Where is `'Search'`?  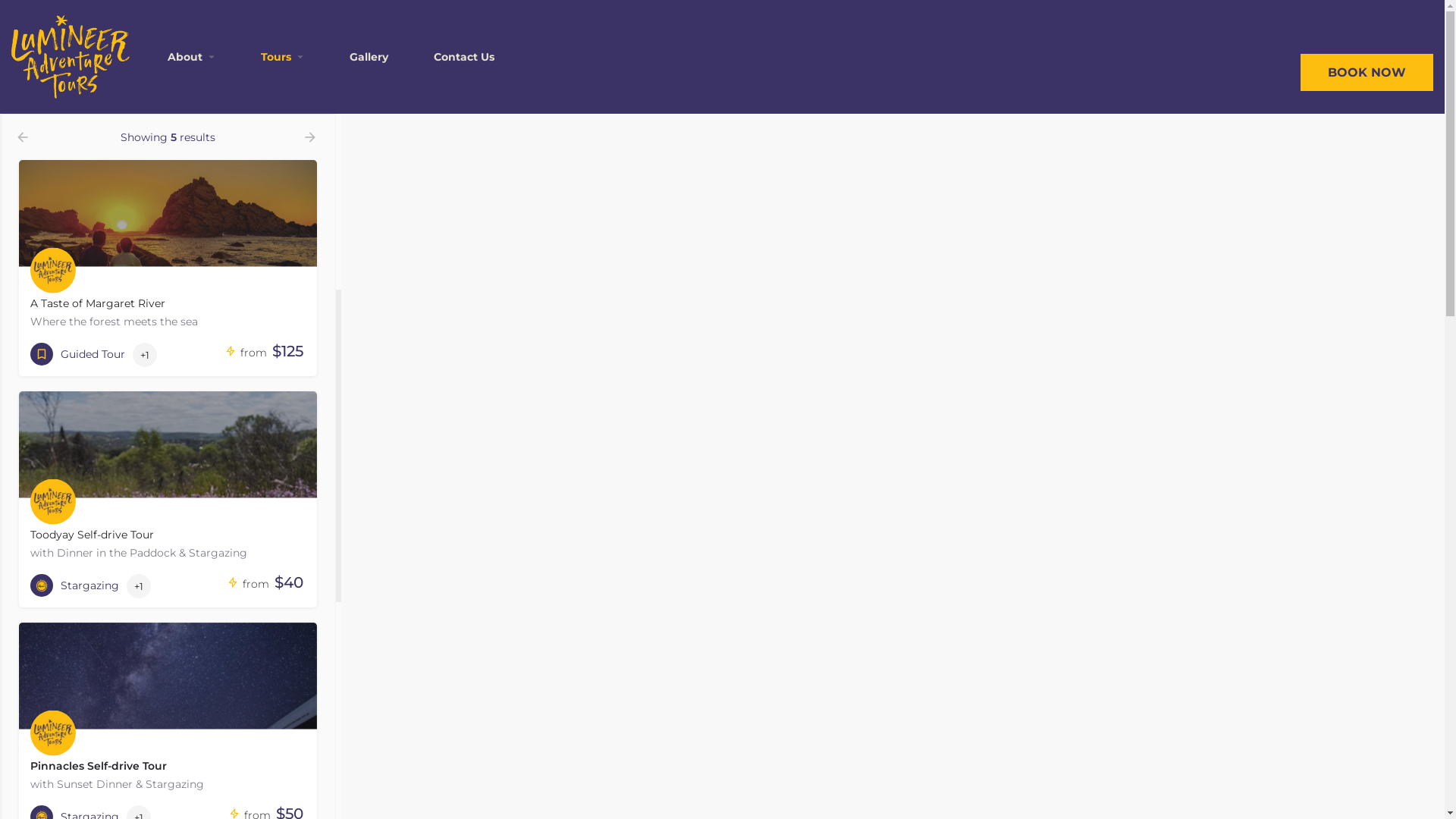
'Search' is located at coordinates (168, 35).